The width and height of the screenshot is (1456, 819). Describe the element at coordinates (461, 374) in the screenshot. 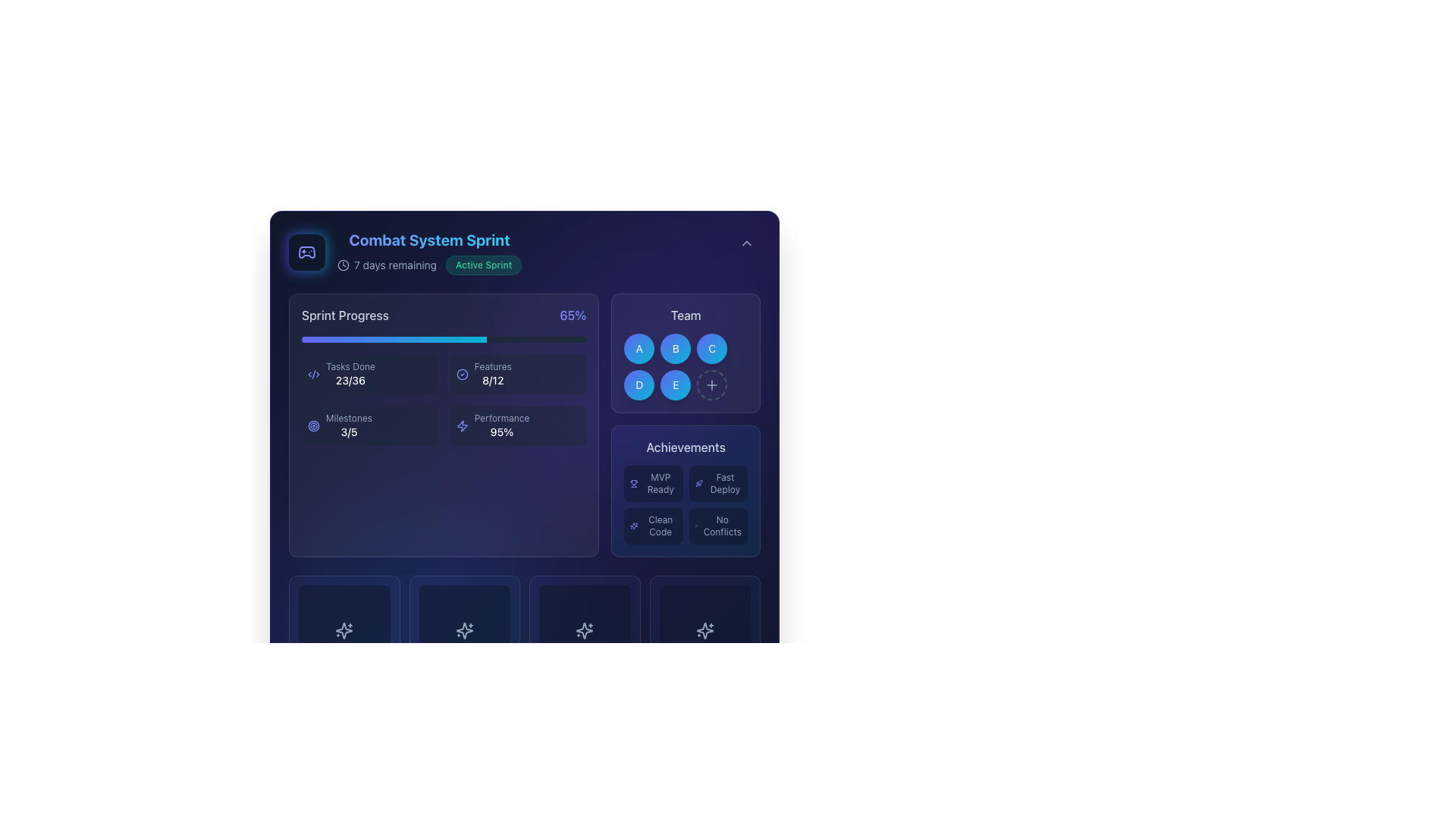

I see `the icon indicating task status or completion located in the 'Sprint Progress' card next to the text 'Features 8/12'` at that location.